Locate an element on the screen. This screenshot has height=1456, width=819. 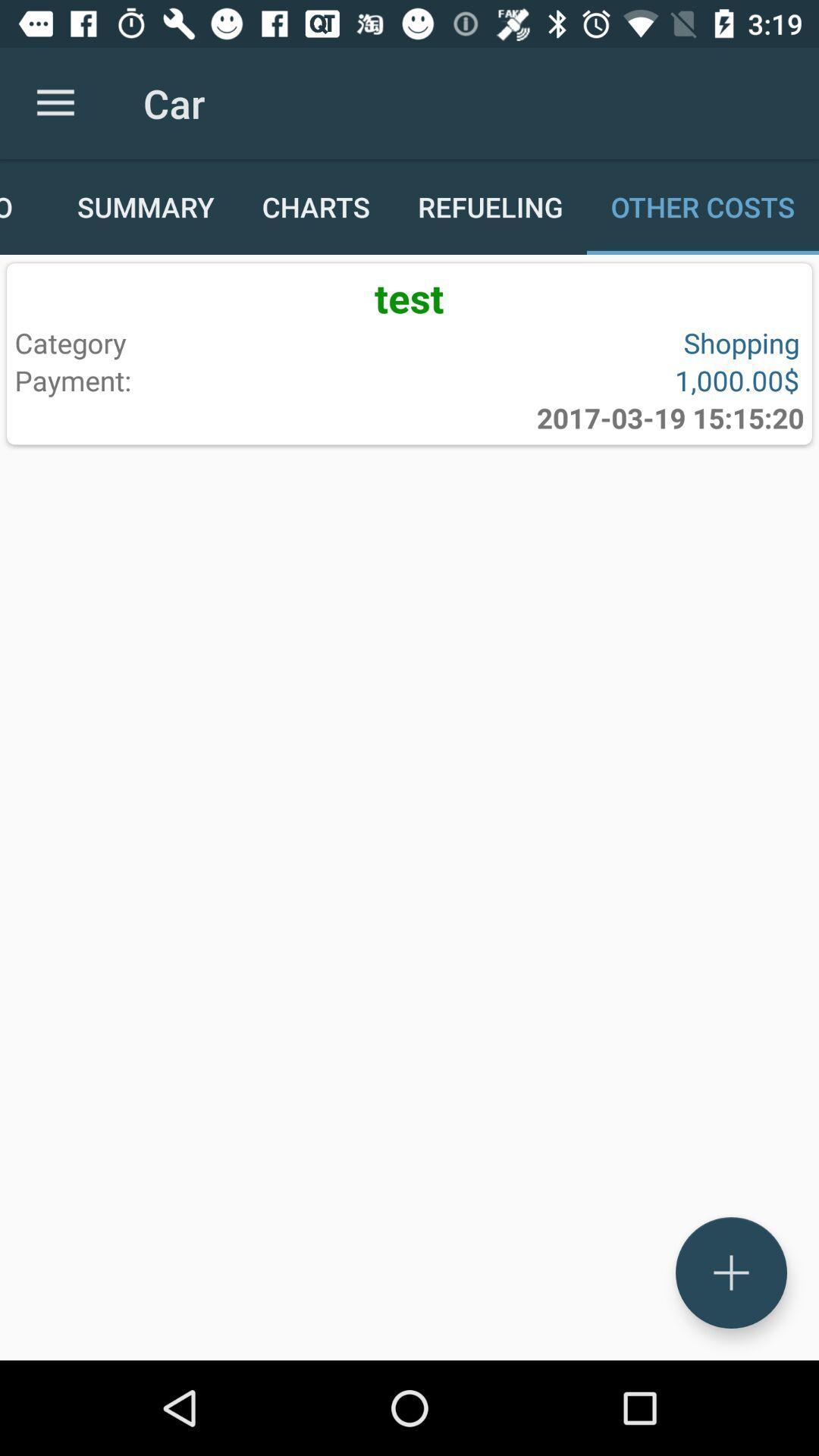
the icon next to the shopping is located at coordinates (209, 380).